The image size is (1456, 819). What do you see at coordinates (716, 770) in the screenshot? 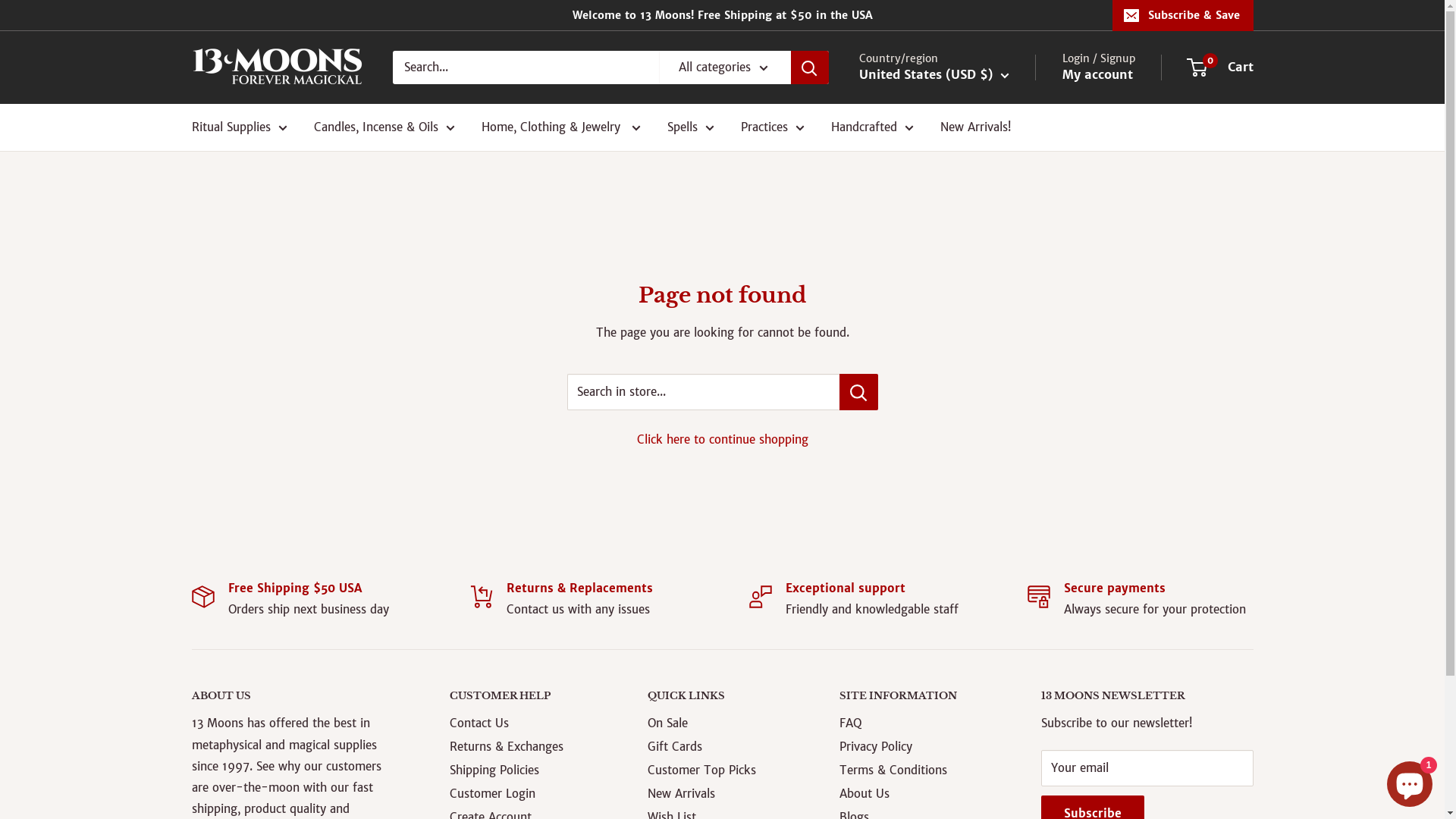
I see `'Customer Top Picks'` at bounding box center [716, 770].